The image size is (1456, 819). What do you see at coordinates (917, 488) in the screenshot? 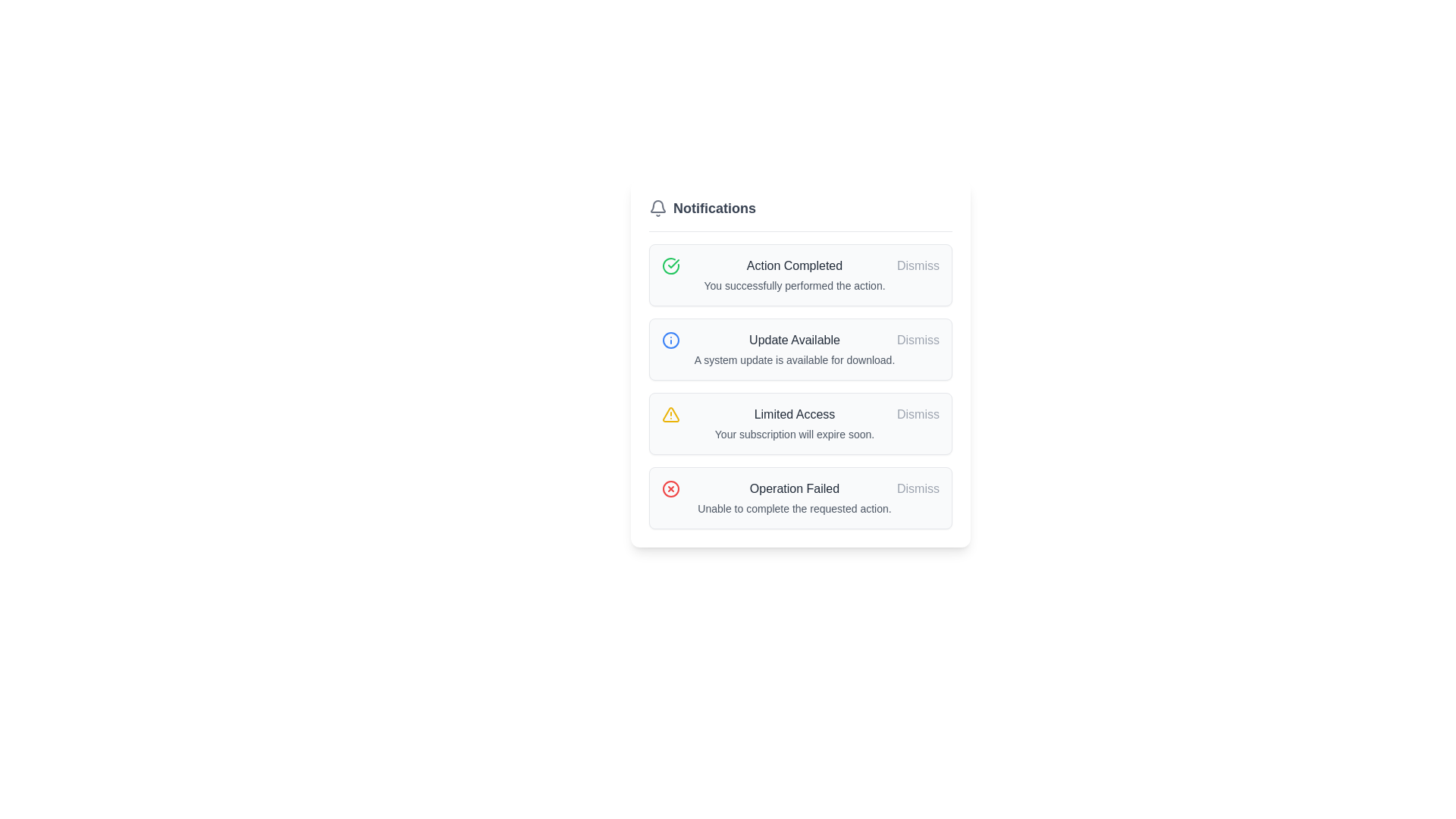
I see `the dismiss button located at the top right corner of the 'Operation Failed' notification card` at bounding box center [917, 488].